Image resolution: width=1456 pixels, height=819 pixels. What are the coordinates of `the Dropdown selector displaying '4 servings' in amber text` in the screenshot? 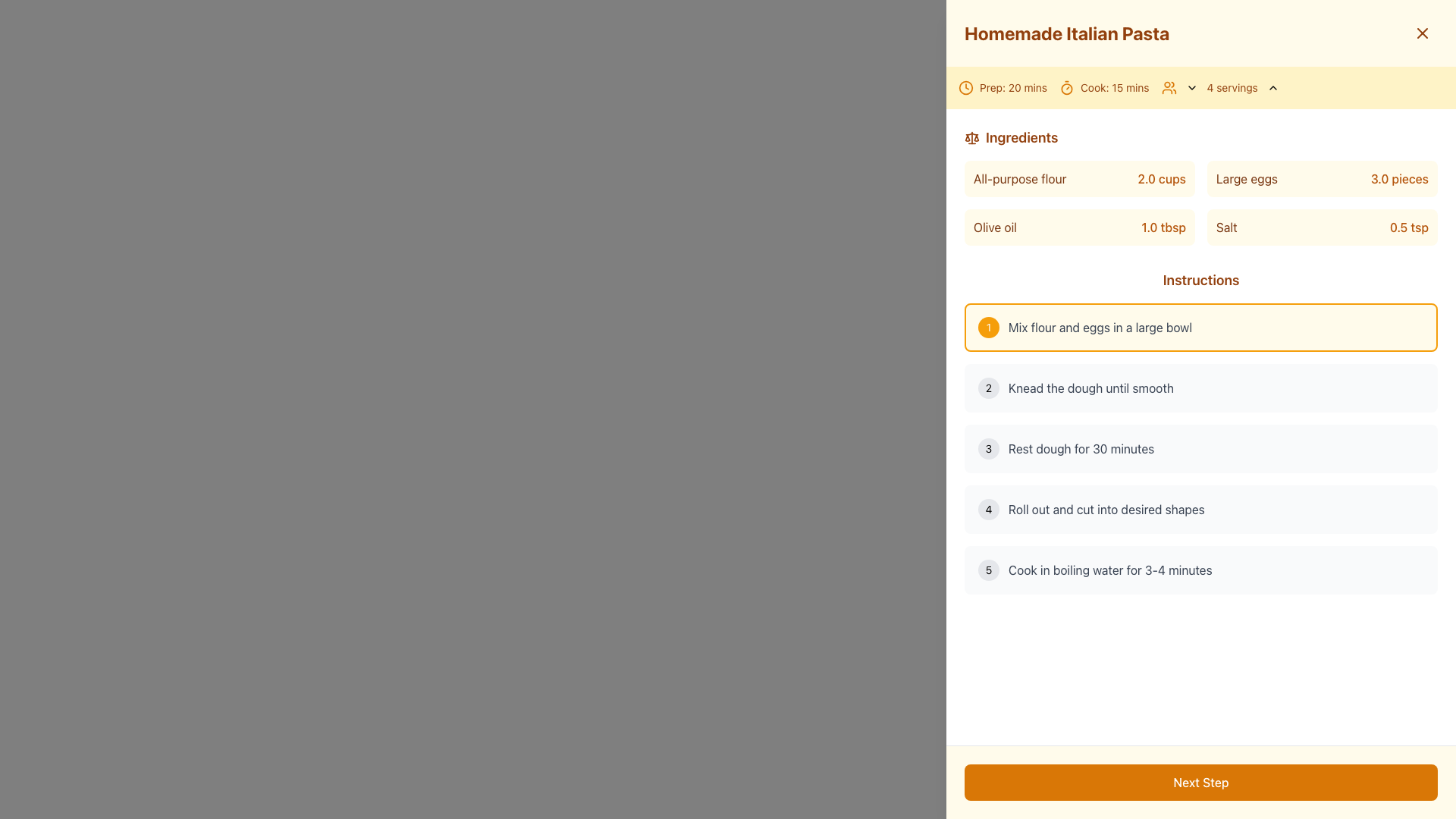 It's located at (1232, 87).